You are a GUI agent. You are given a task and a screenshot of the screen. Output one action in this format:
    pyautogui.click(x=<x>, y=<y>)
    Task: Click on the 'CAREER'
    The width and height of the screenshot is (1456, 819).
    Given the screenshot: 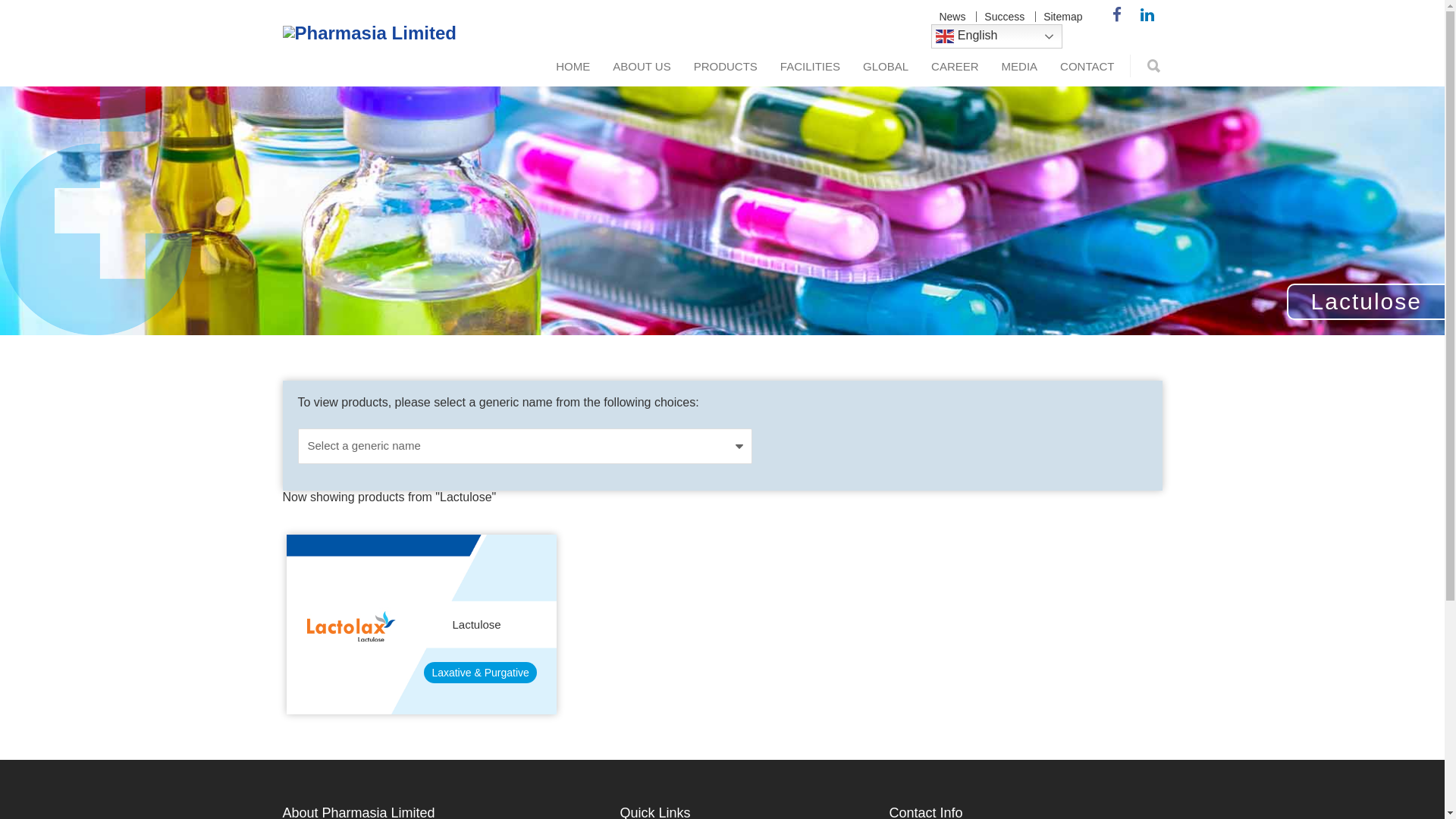 What is the action you would take?
    pyautogui.click(x=954, y=65)
    